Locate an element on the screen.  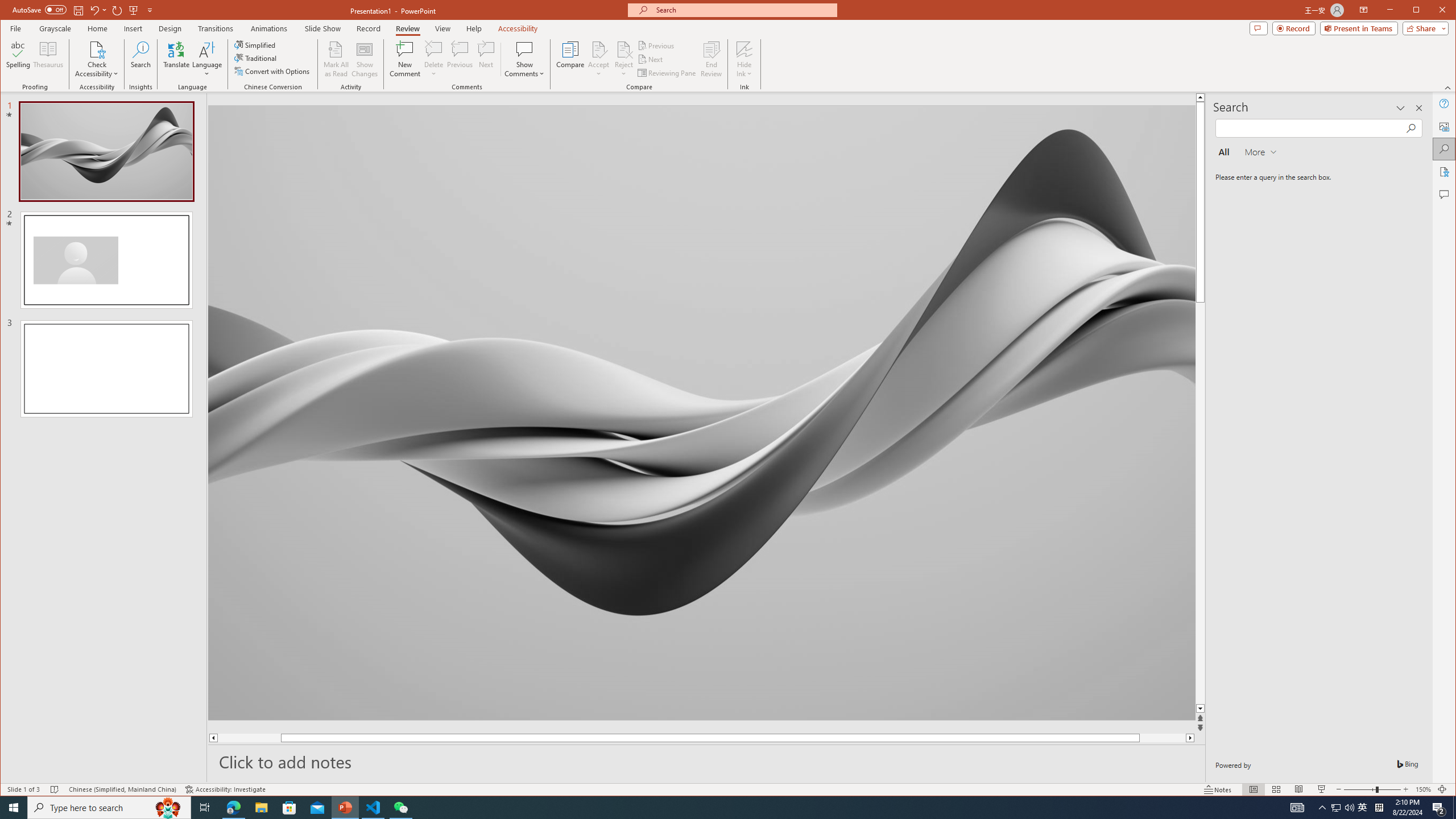
'Convert with Options...' is located at coordinates (273, 71).